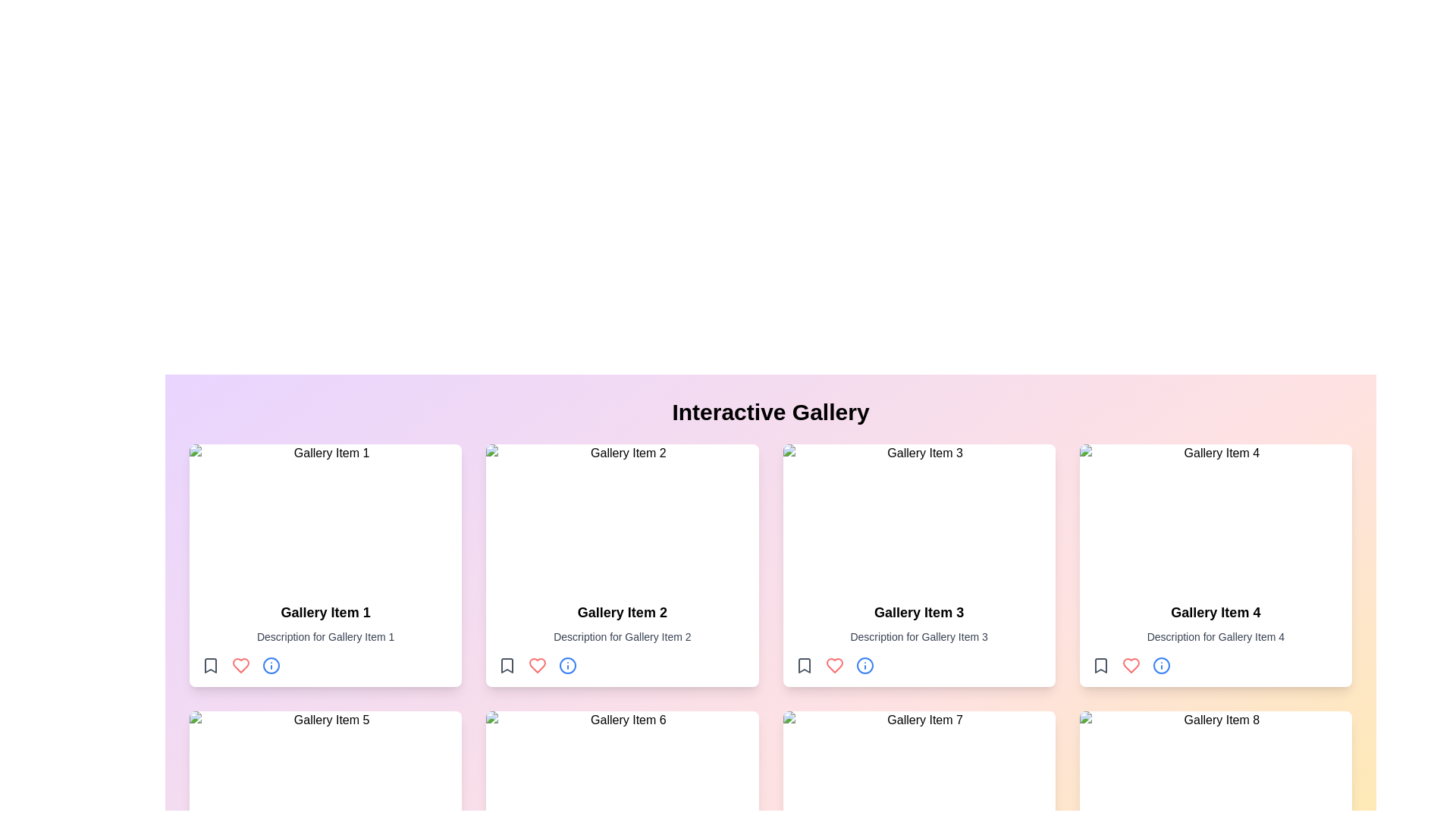 This screenshot has height=819, width=1456. I want to click on the bold, black text element labeled 'Gallery Item 2', which is positioned in the second item from the left in the top row of the gallery grid, so click(622, 611).